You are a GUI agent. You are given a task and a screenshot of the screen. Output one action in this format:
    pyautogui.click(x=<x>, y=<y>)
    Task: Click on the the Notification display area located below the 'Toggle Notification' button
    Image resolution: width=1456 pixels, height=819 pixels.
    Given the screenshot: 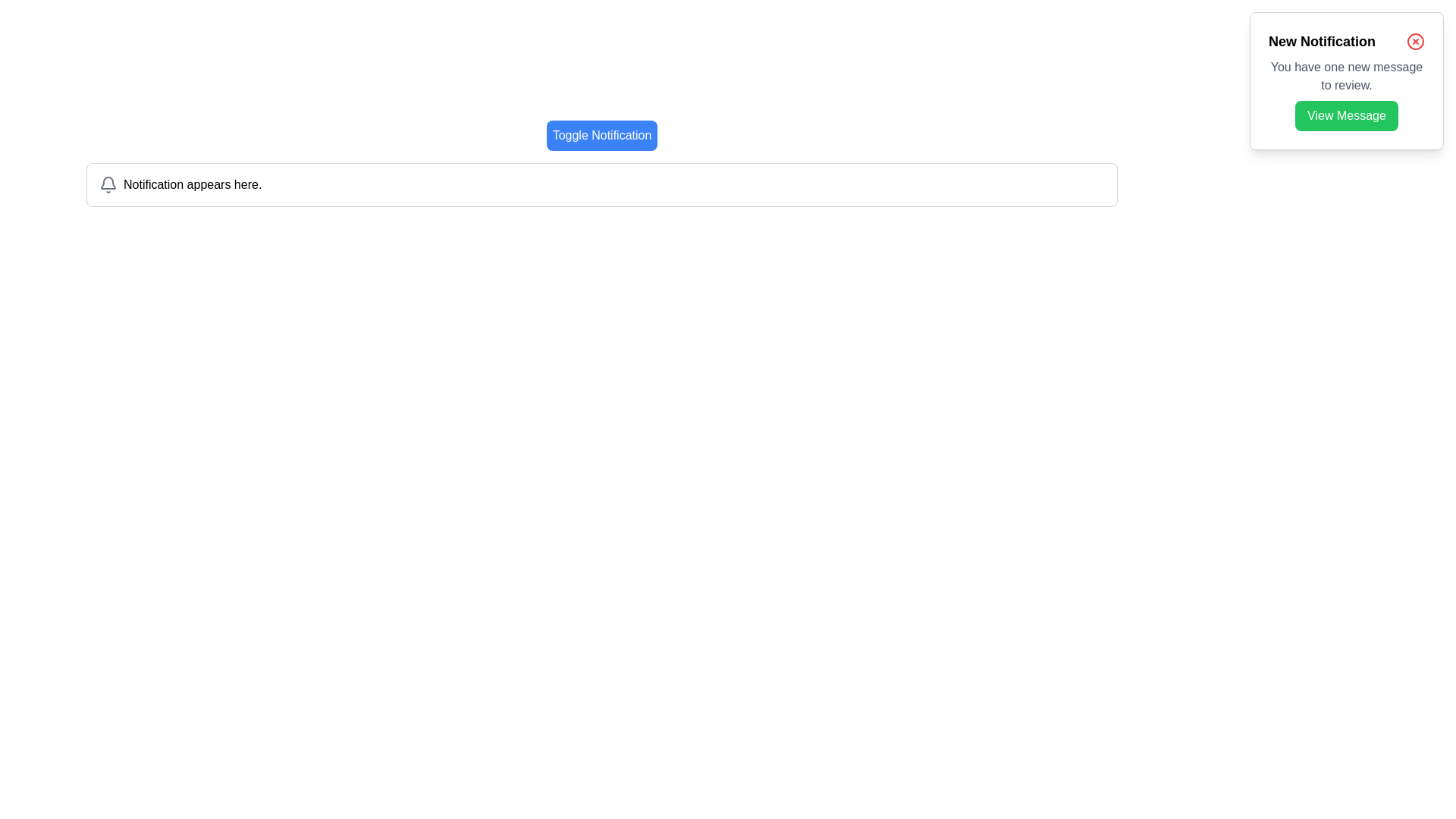 What is the action you would take?
    pyautogui.click(x=601, y=184)
    